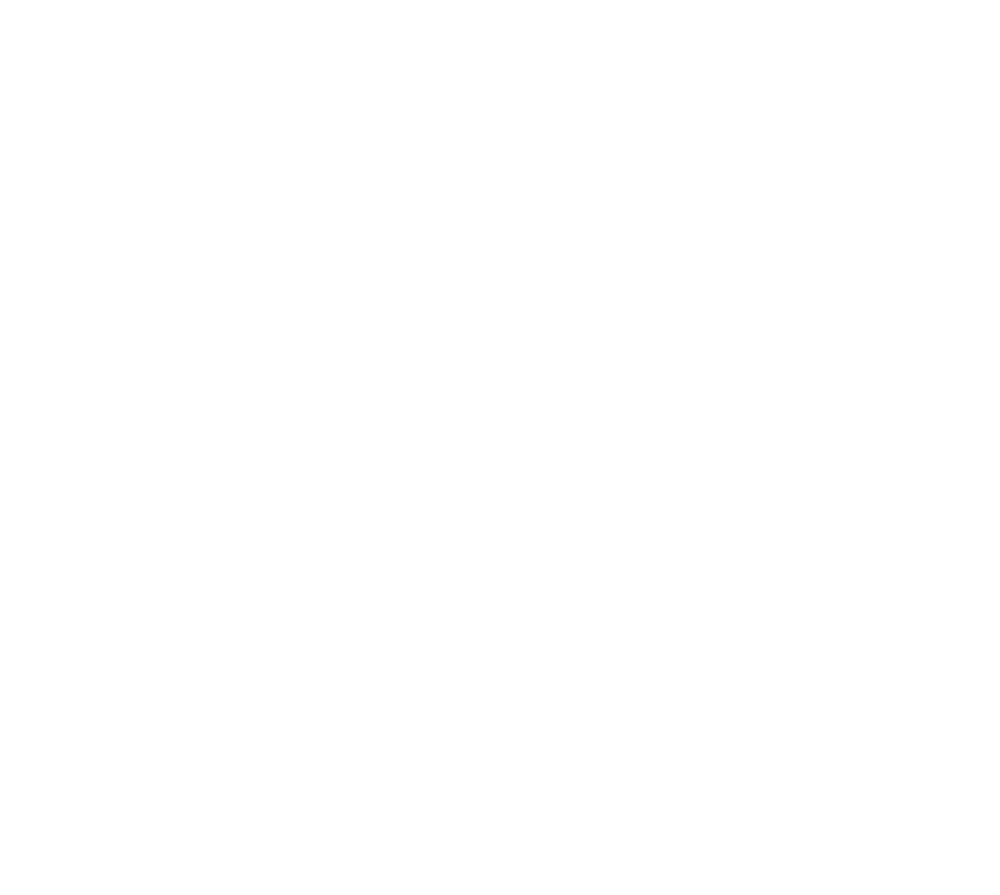 This screenshot has width=1000, height=895. What do you see at coordinates (719, 680) in the screenshot?
I see `'MTA'` at bounding box center [719, 680].